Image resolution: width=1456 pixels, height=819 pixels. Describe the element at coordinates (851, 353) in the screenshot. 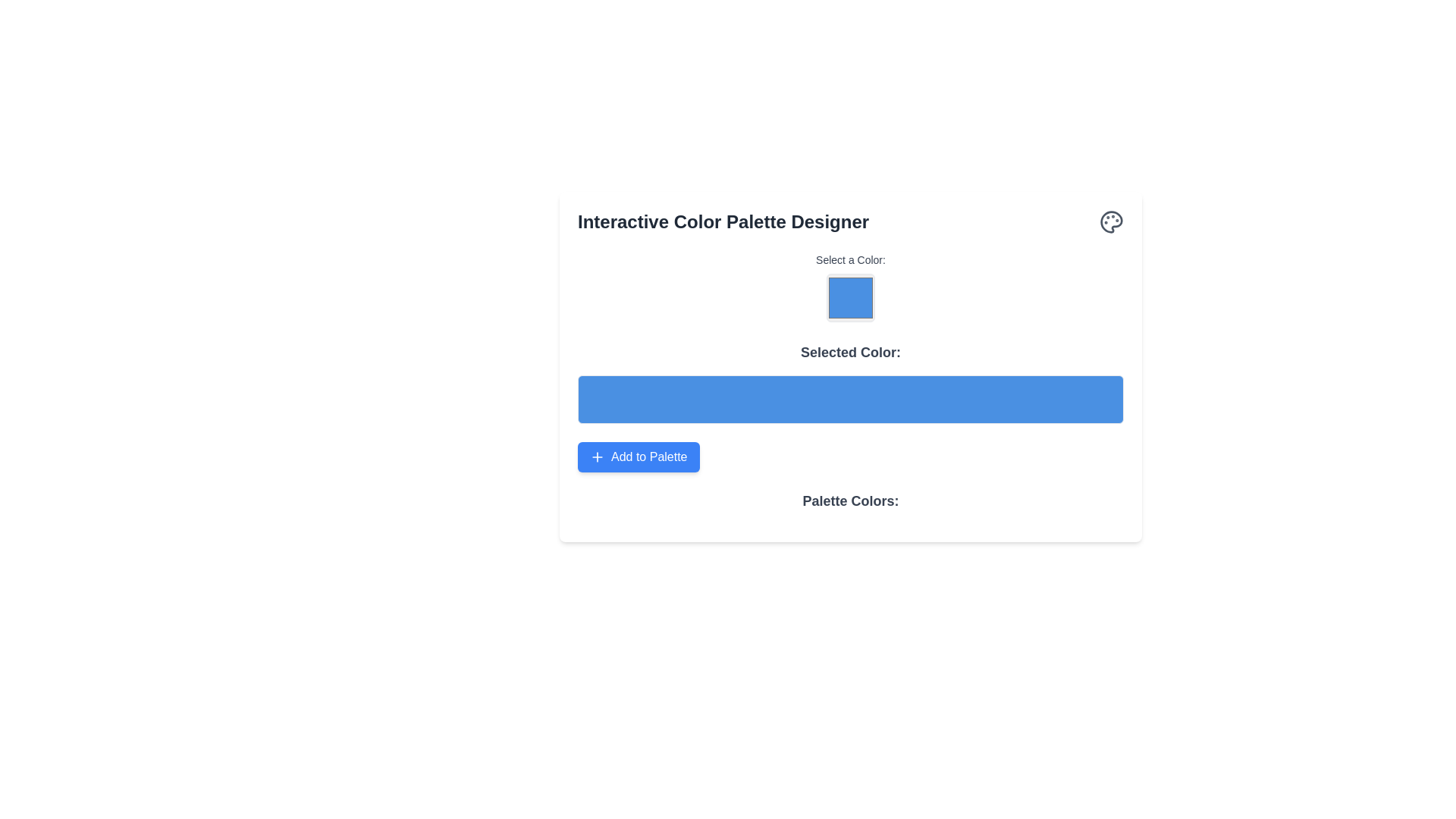

I see `the text label that indicates the context of the adjacent color display, positioned centrally below the blue square and above a larger blue rectangular block` at that location.